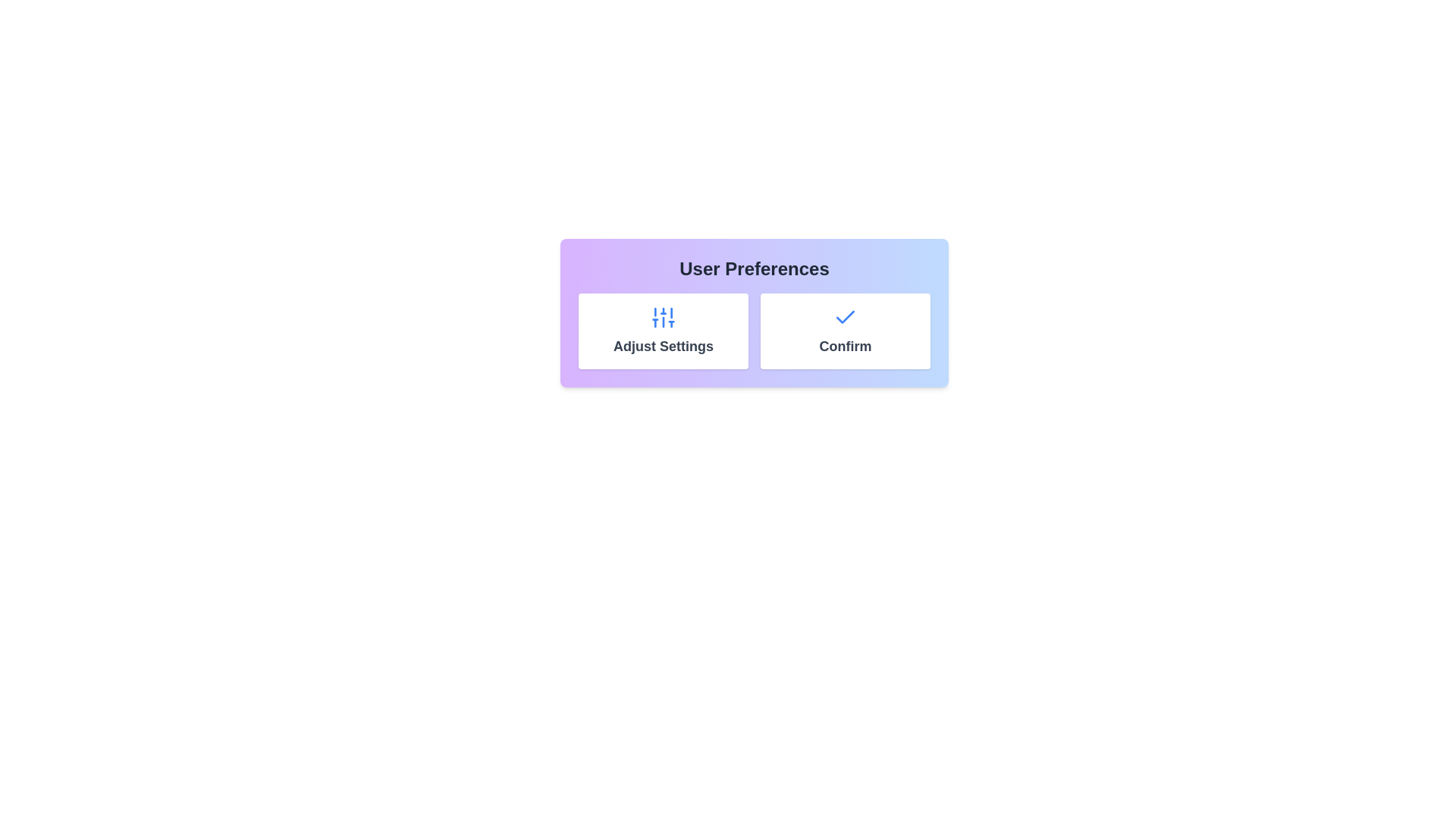 This screenshot has width=1456, height=819. Describe the element at coordinates (663, 346) in the screenshot. I see `the label displaying 'Adjust Settings' which is styled in bold dark gray font, located at the bottom part of the left card under 'User Preferences'` at that location.